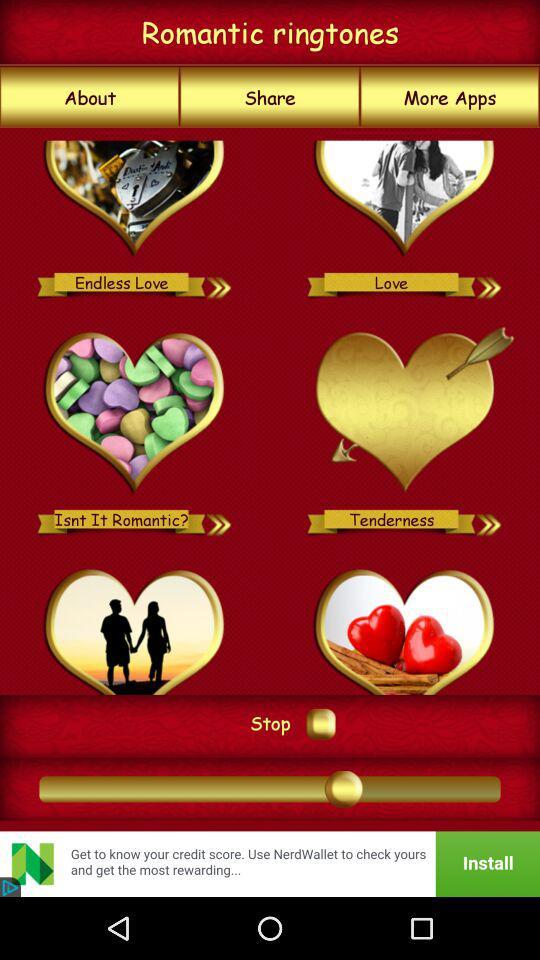 Image resolution: width=540 pixels, height=960 pixels. I want to click on icon above stop, so click(270, 410).